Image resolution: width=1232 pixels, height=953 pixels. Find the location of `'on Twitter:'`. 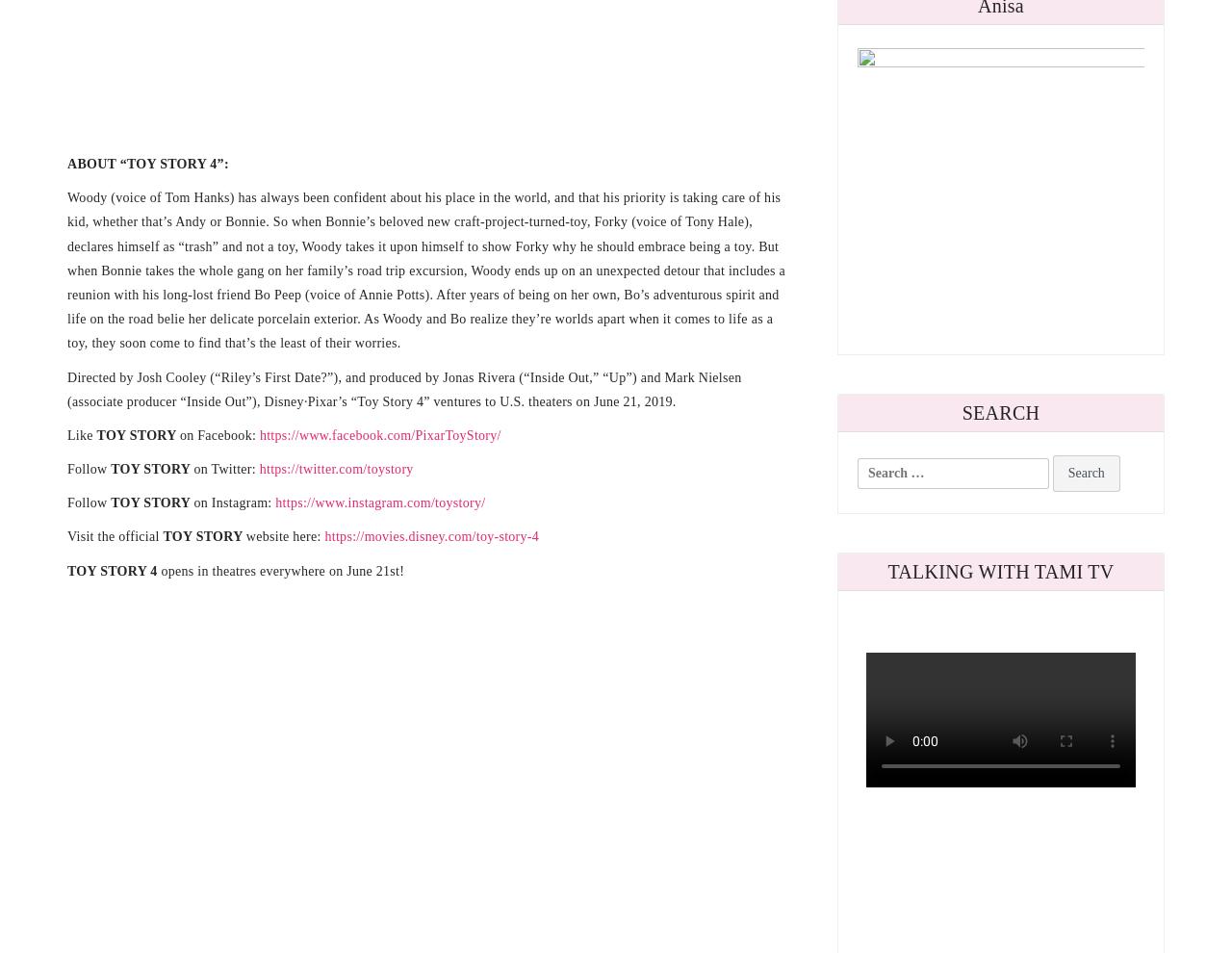

'on Twitter:' is located at coordinates (226, 469).